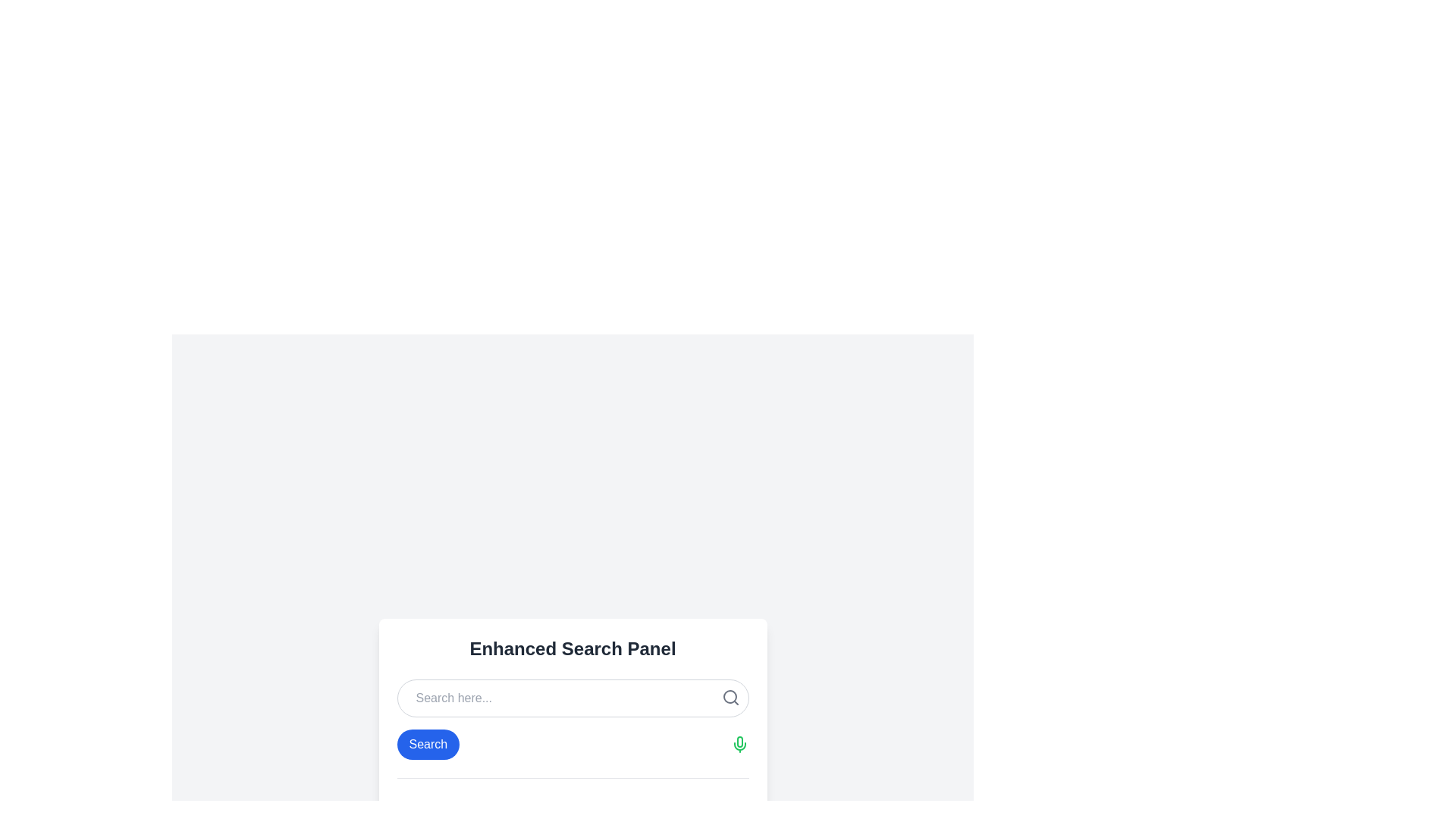 Image resolution: width=1456 pixels, height=819 pixels. I want to click on the circular light gray magnifying glass icon component located at the center of the search bar at the top of the search panel, so click(730, 696).